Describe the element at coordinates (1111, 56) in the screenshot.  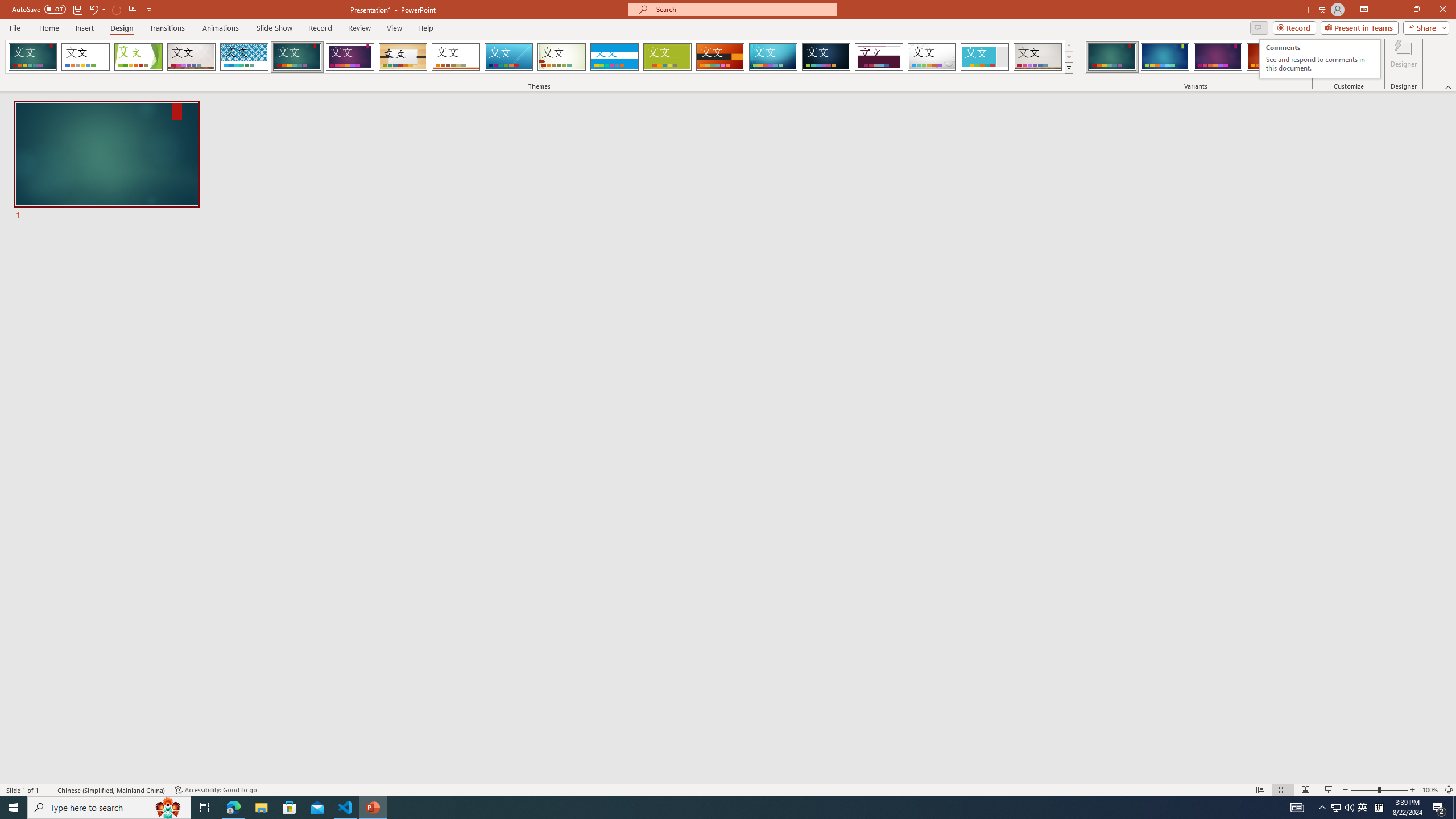
I see `'Ion Variant 1'` at that location.